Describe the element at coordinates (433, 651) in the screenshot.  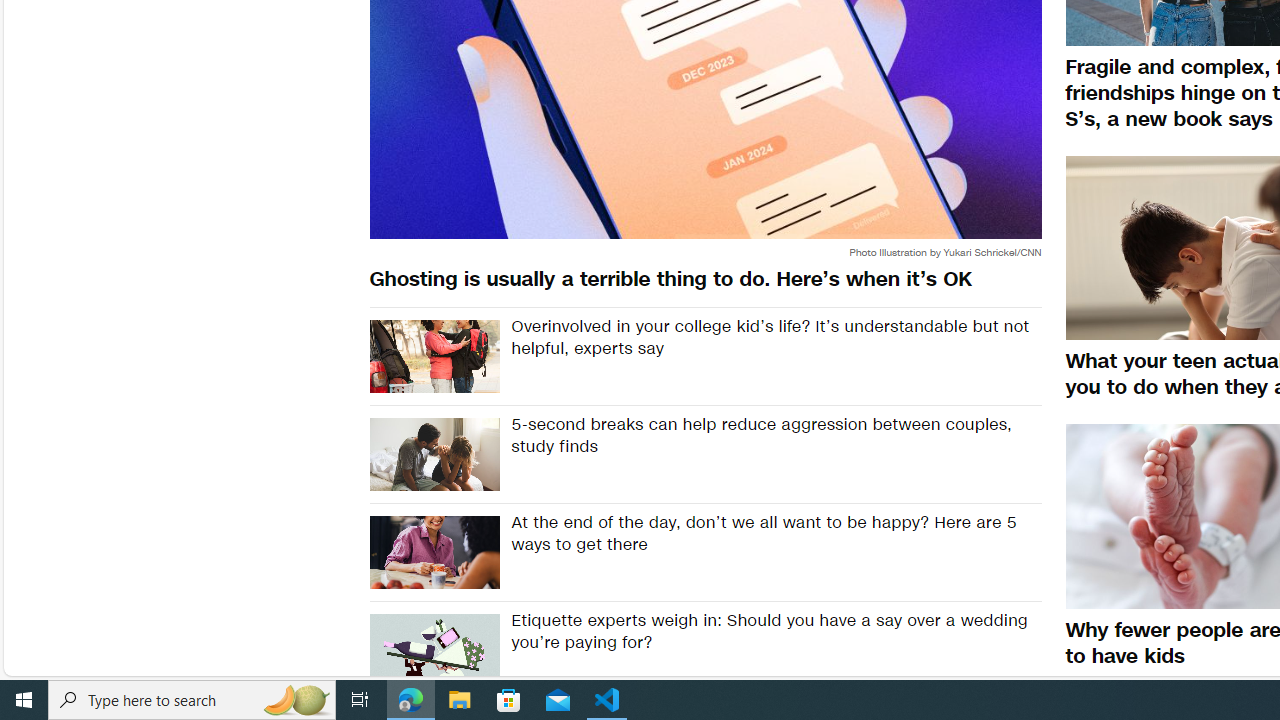
I see `'Wellness Wedding Etiquette.png'` at that location.